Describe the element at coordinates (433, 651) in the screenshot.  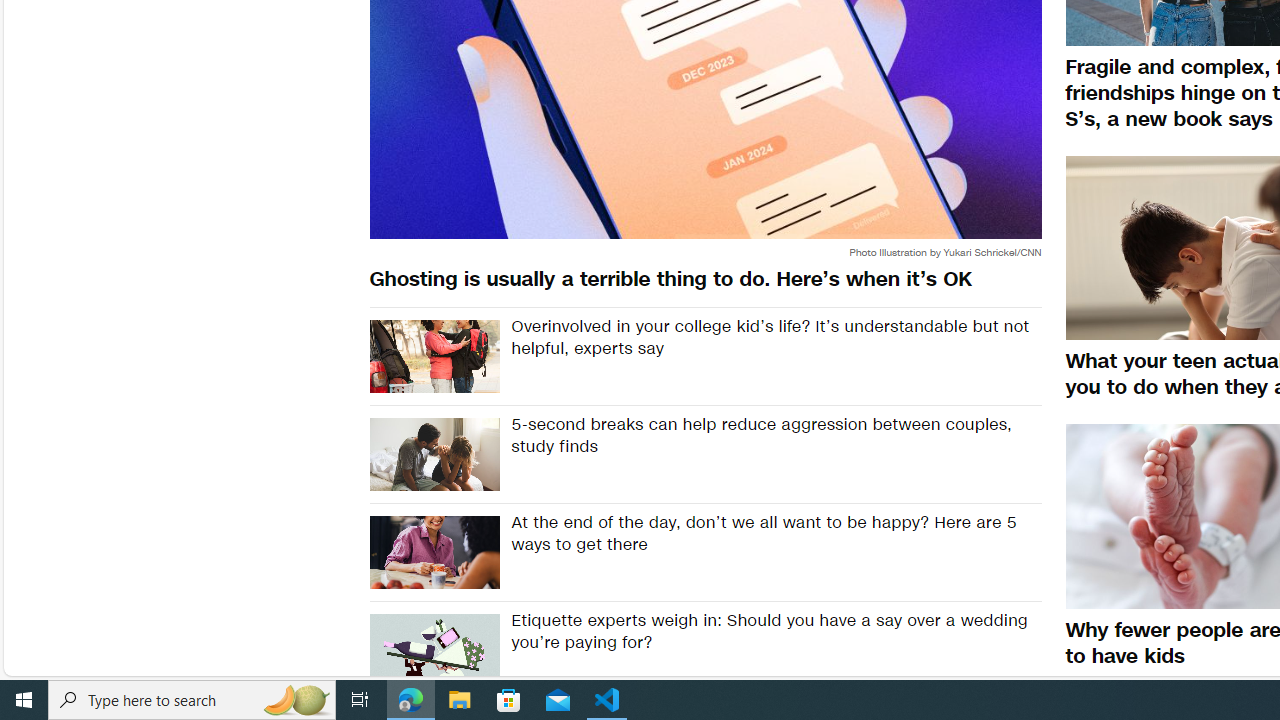
I see `'Wellness Wedding Etiquette.png'` at that location.